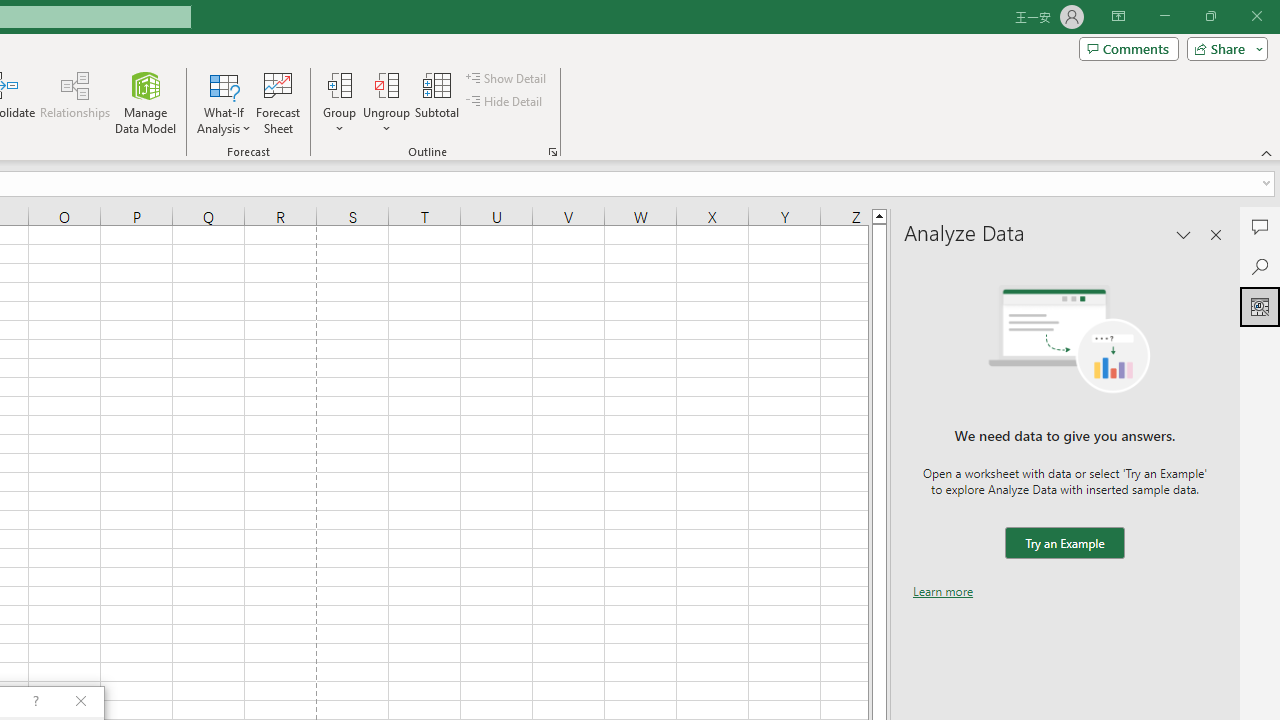  What do you see at coordinates (1259, 266) in the screenshot?
I see `'Search'` at bounding box center [1259, 266].